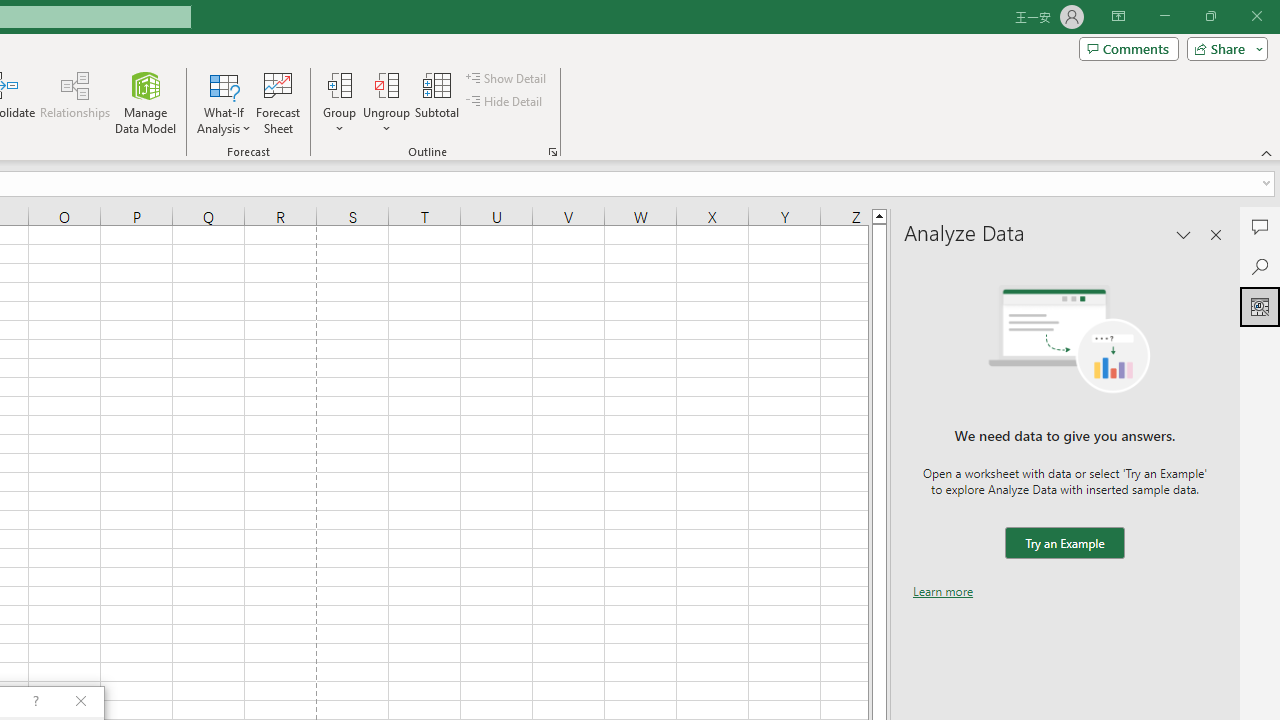  What do you see at coordinates (1259, 266) in the screenshot?
I see `'Search'` at bounding box center [1259, 266].